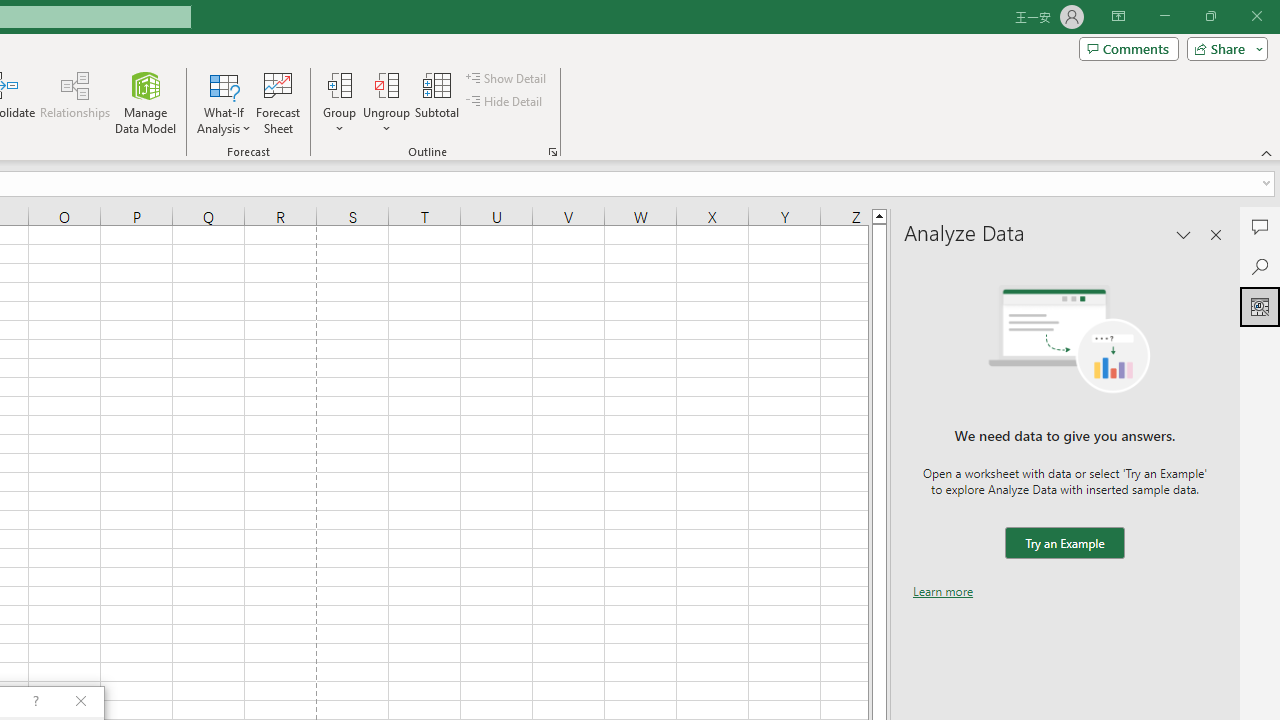  What do you see at coordinates (1259, 266) in the screenshot?
I see `'Search'` at bounding box center [1259, 266].